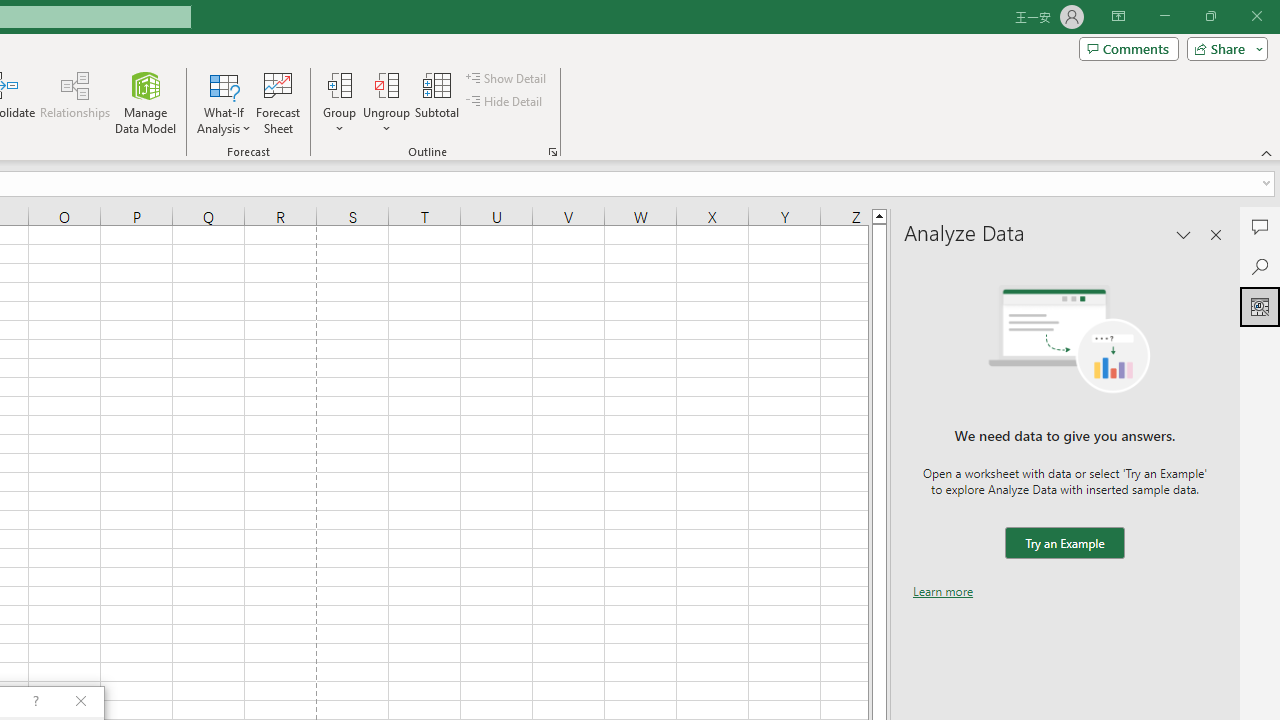  What do you see at coordinates (1259, 266) in the screenshot?
I see `'Search'` at bounding box center [1259, 266].